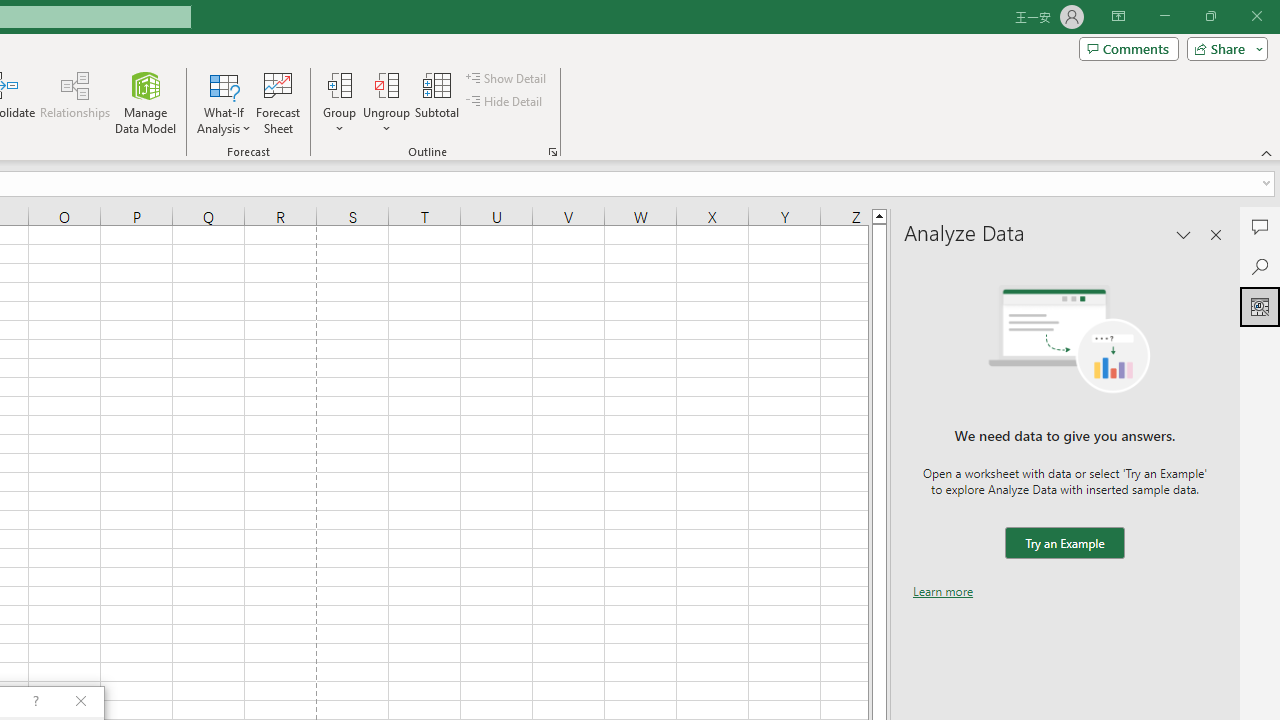  What do you see at coordinates (1259, 266) in the screenshot?
I see `'Search'` at bounding box center [1259, 266].